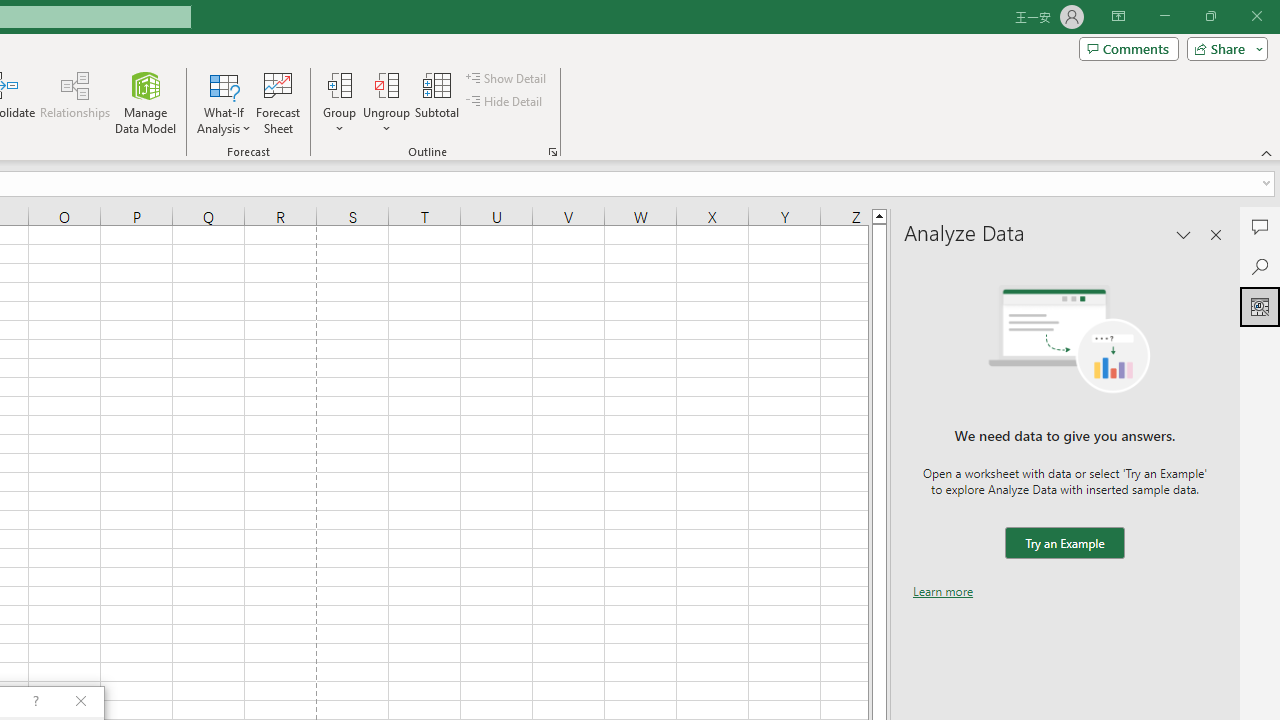  What do you see at coordinates (1259, 266) in the screenshot?
I see `'Search'` at bounding box center [1259, 266].